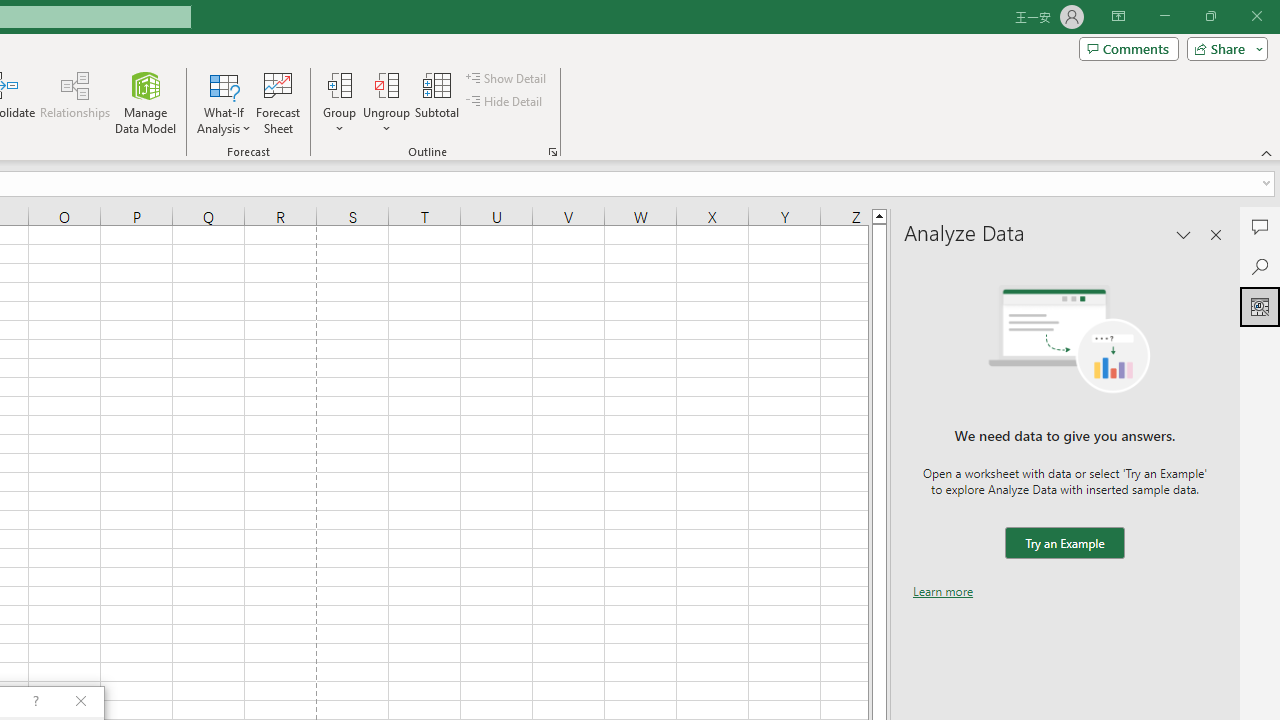  What do you see at coordinates (1259, 266) in the screenshot?
I see `'Search'` at bounding box center [1259, 266].